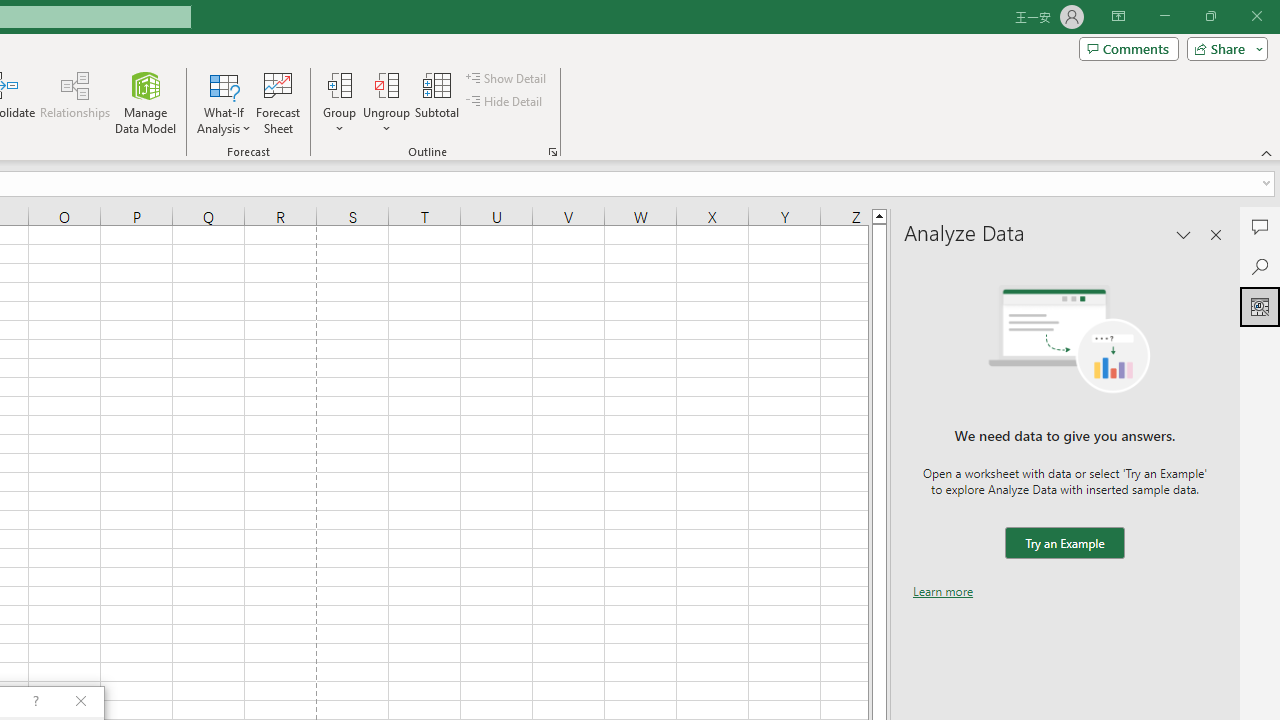  What do you see at coordinates (1259, 266) in the screenshot?
I see `'Search'` at bounding box center [1259, 266].